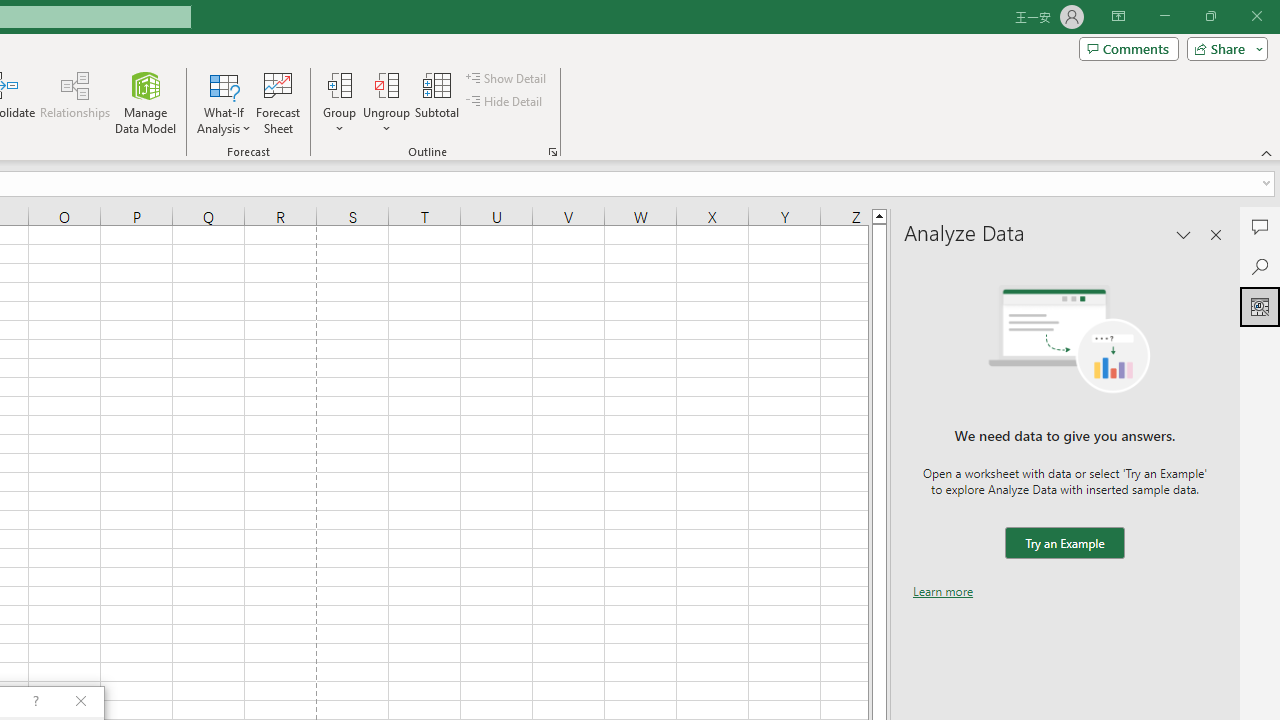  What do you see at coordinates (1259, 266) in the screenshot?
I see `'Search'` at bounding box center [1259, 266].